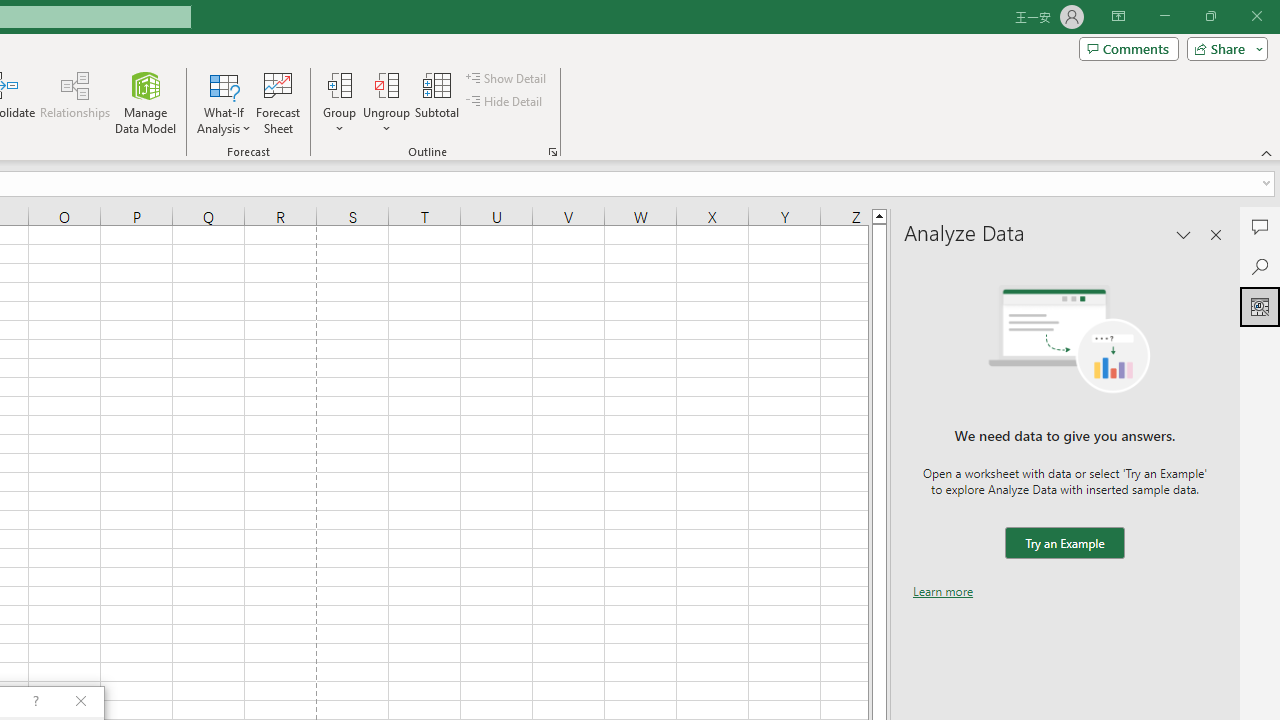  What do you see at coordinates (1259, 266) in the screenshot?
I see `'Search'` at bounding box center [1259, 266].